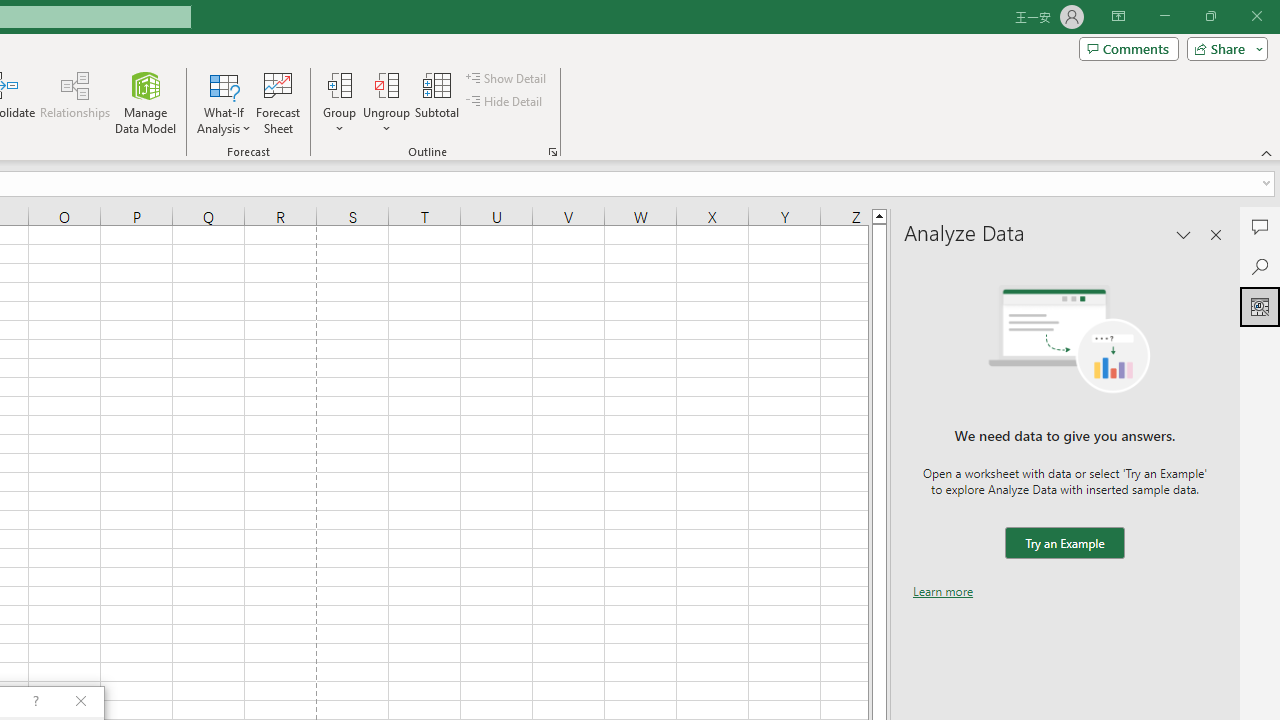  What do you see at coordinates (1259, 266) in the screenshot?
I see `'Search'` at bounding box center [1259, 266].